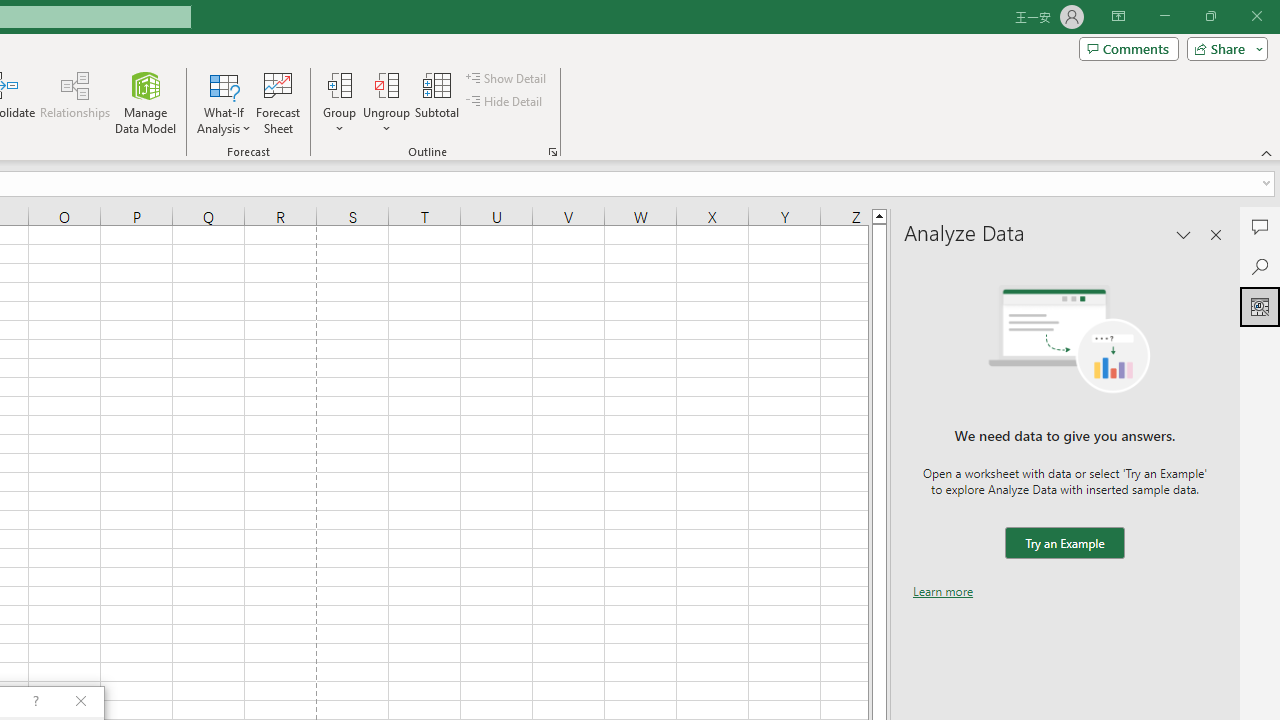  What do you see at coordinates (1259, 266) in the screenshot?
I see `'Search'` at bounding box center [1259, 266].